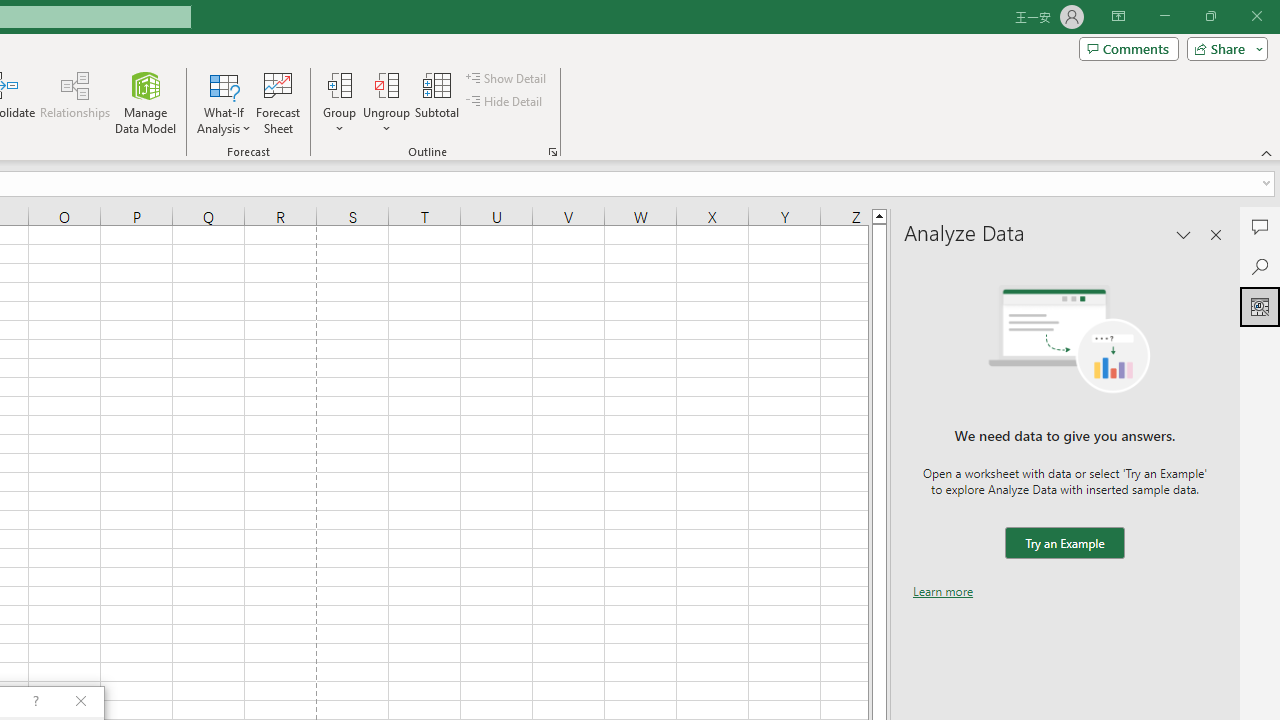  What do you see at coordinates (1259, 266) in the screenshot?
I see `'Search'` at bounding box center [1259, 266].